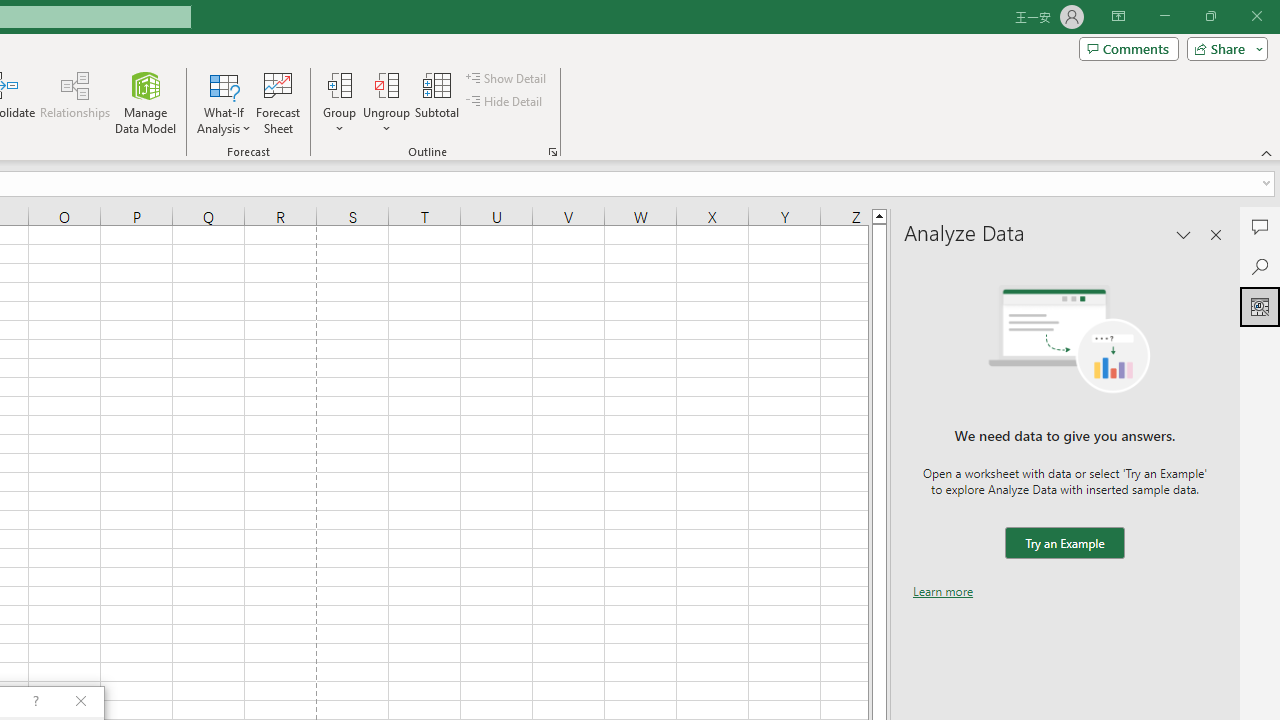  What do you see at coordinates (1259, 266) in the screenshot?
I see `'Search'` at bounding box center [1259, 266].